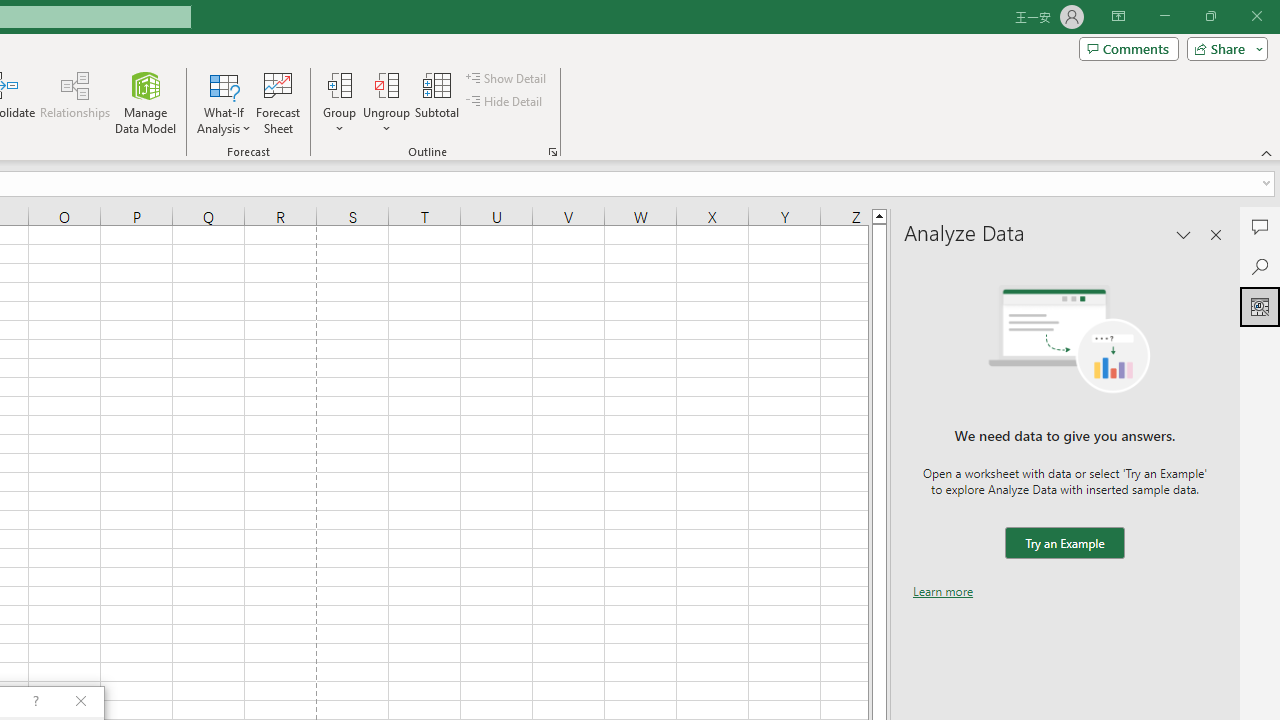  What do you see at coordinates (1259, 266) in the screenshot?
I see `'Search'` at bounding box center [1259, 266].